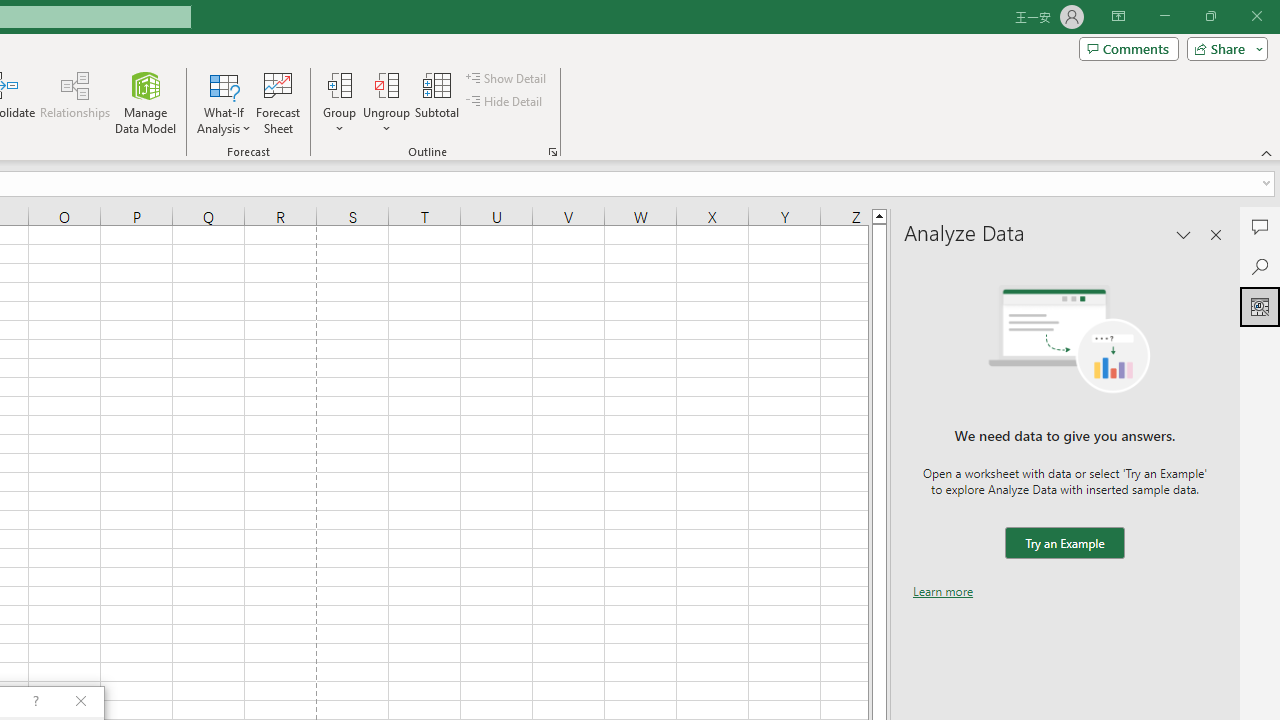  What do you see at coordinates (1259, 266) in the screenshot?
I see `'Search'` at bounding box center [1259, 266].